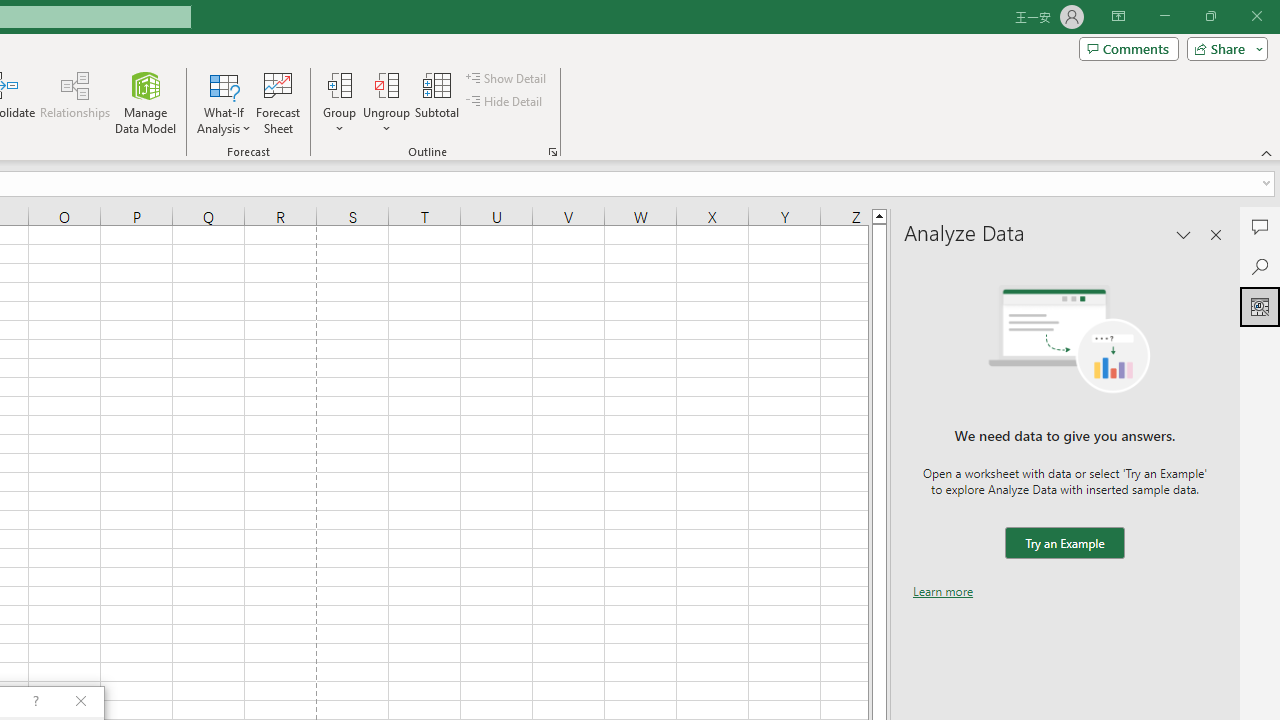  What do you see at coordinates (1259, 266) in the screenshot?
I see `'Search'` at bounding box center [1259, 266].